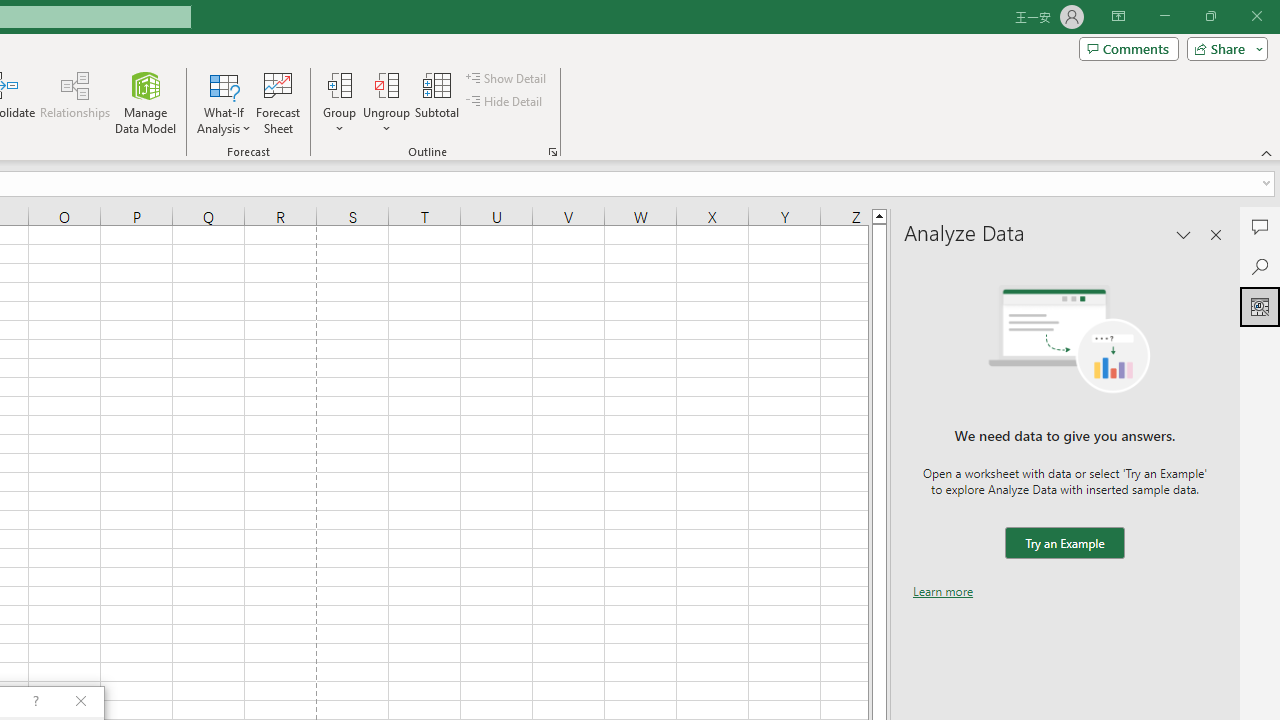  What do you see at coordinates (1259, 266) in the screenshot?
I see `'Search'` at bounding box center [1259, 266].